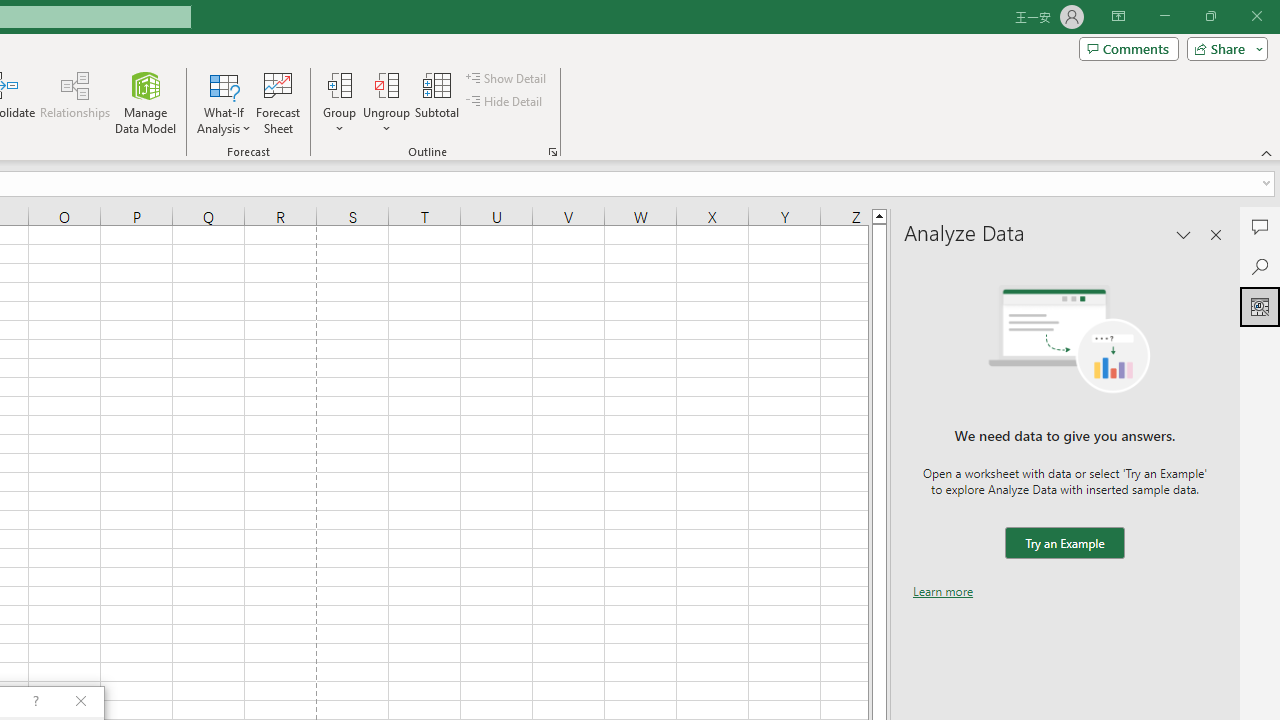  What do you see at coordinates (1259, 266) in the screenshot?
I see `'Search'` at bounding box center [1259, 266].